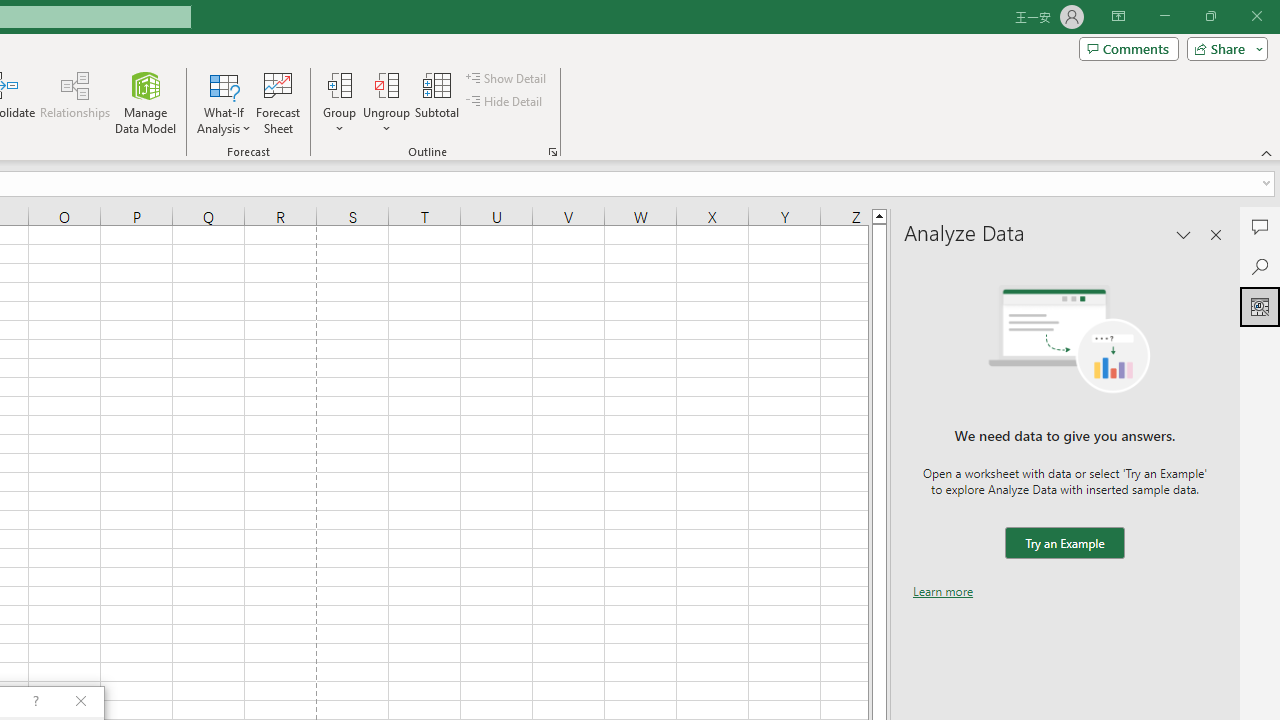  What do you see at coordinates (1259, 266) in the screenshot?
I see `'Search'` at bounding box center [1259, 266].